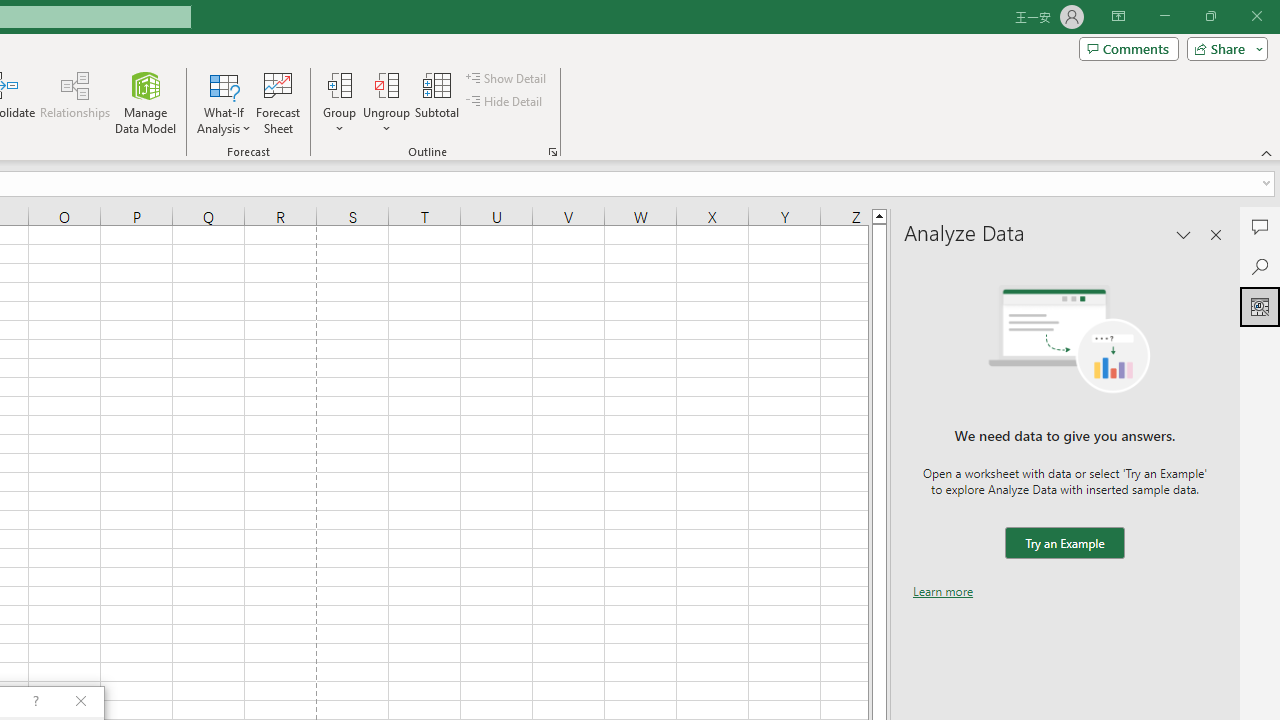  What do you see at coordinates (1259, 266) in the screenshot?
I see `'Search'` at bounding box center [1259, 266].